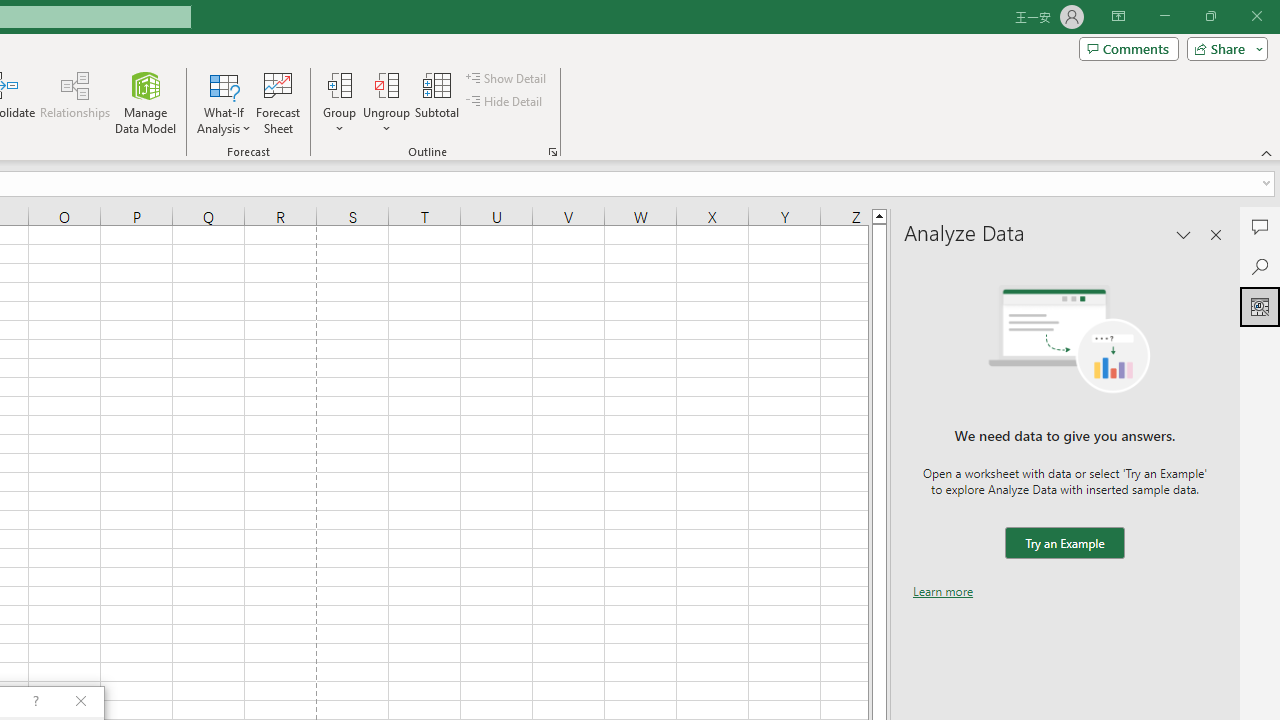  What do you see at coordinates (1259, 266) in the screenshot?
I see `'Search'` at bounding box center [1259, 266].